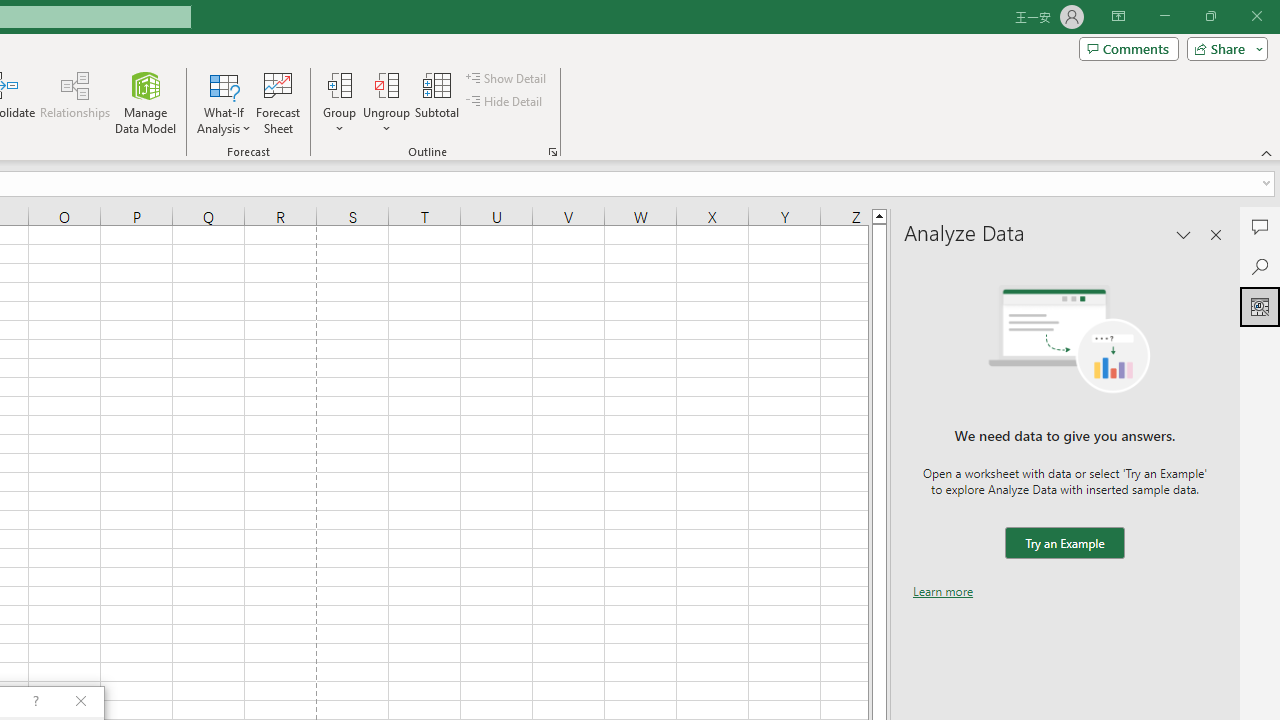  What do you see at coordinates (1259, 266) in the screenshot?
I see `'Search'` at bounding box center [1259, 266].